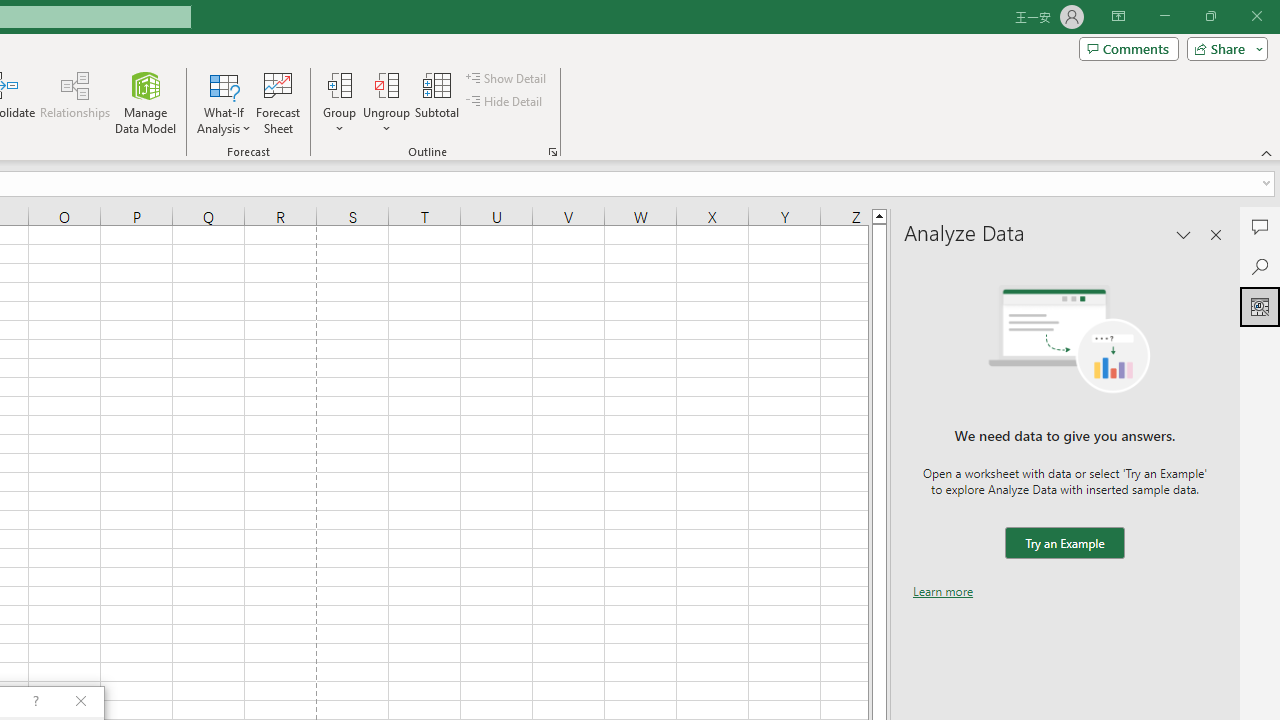  What do you see at coordinates (1259, 266) in the screenshot?
I see `'Search'` at bounding box center [1259, 266].